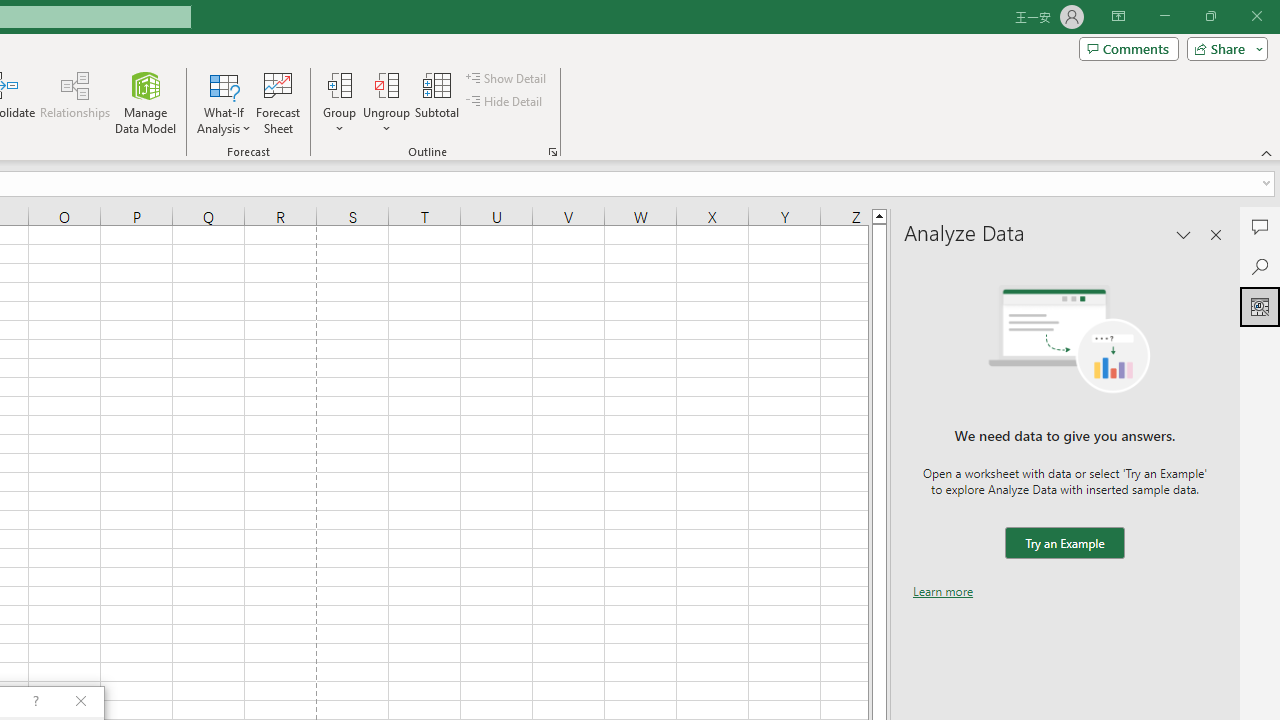  What do you see at coordinates (1259, 266) in the screenshot?
I see `'Search'` at bounding box center [1259, 266].